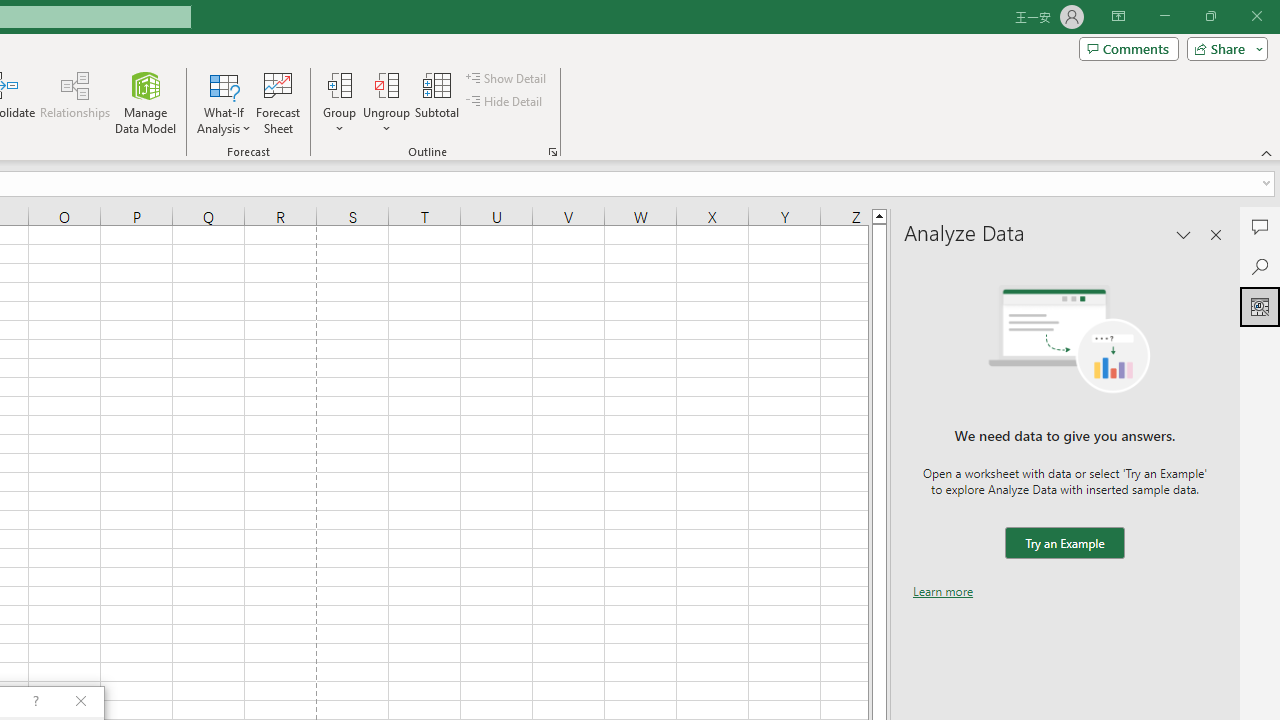  What do you see at coordinates (1259, 266) in the screenshot?
I see `'Search'` at bounding box center [1259, 266].